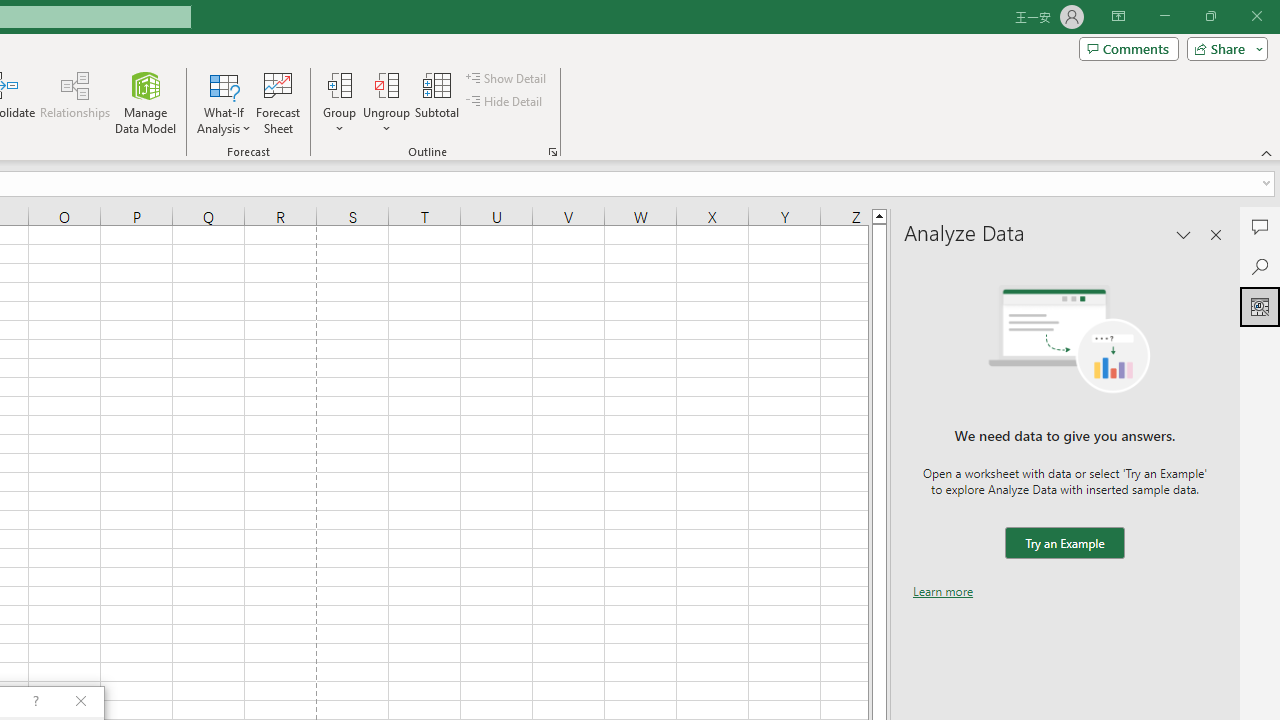  What do you see at coordinates (1259, 266) in the screenshot?
I see `'Search'` at bounding box center [1259, 266].